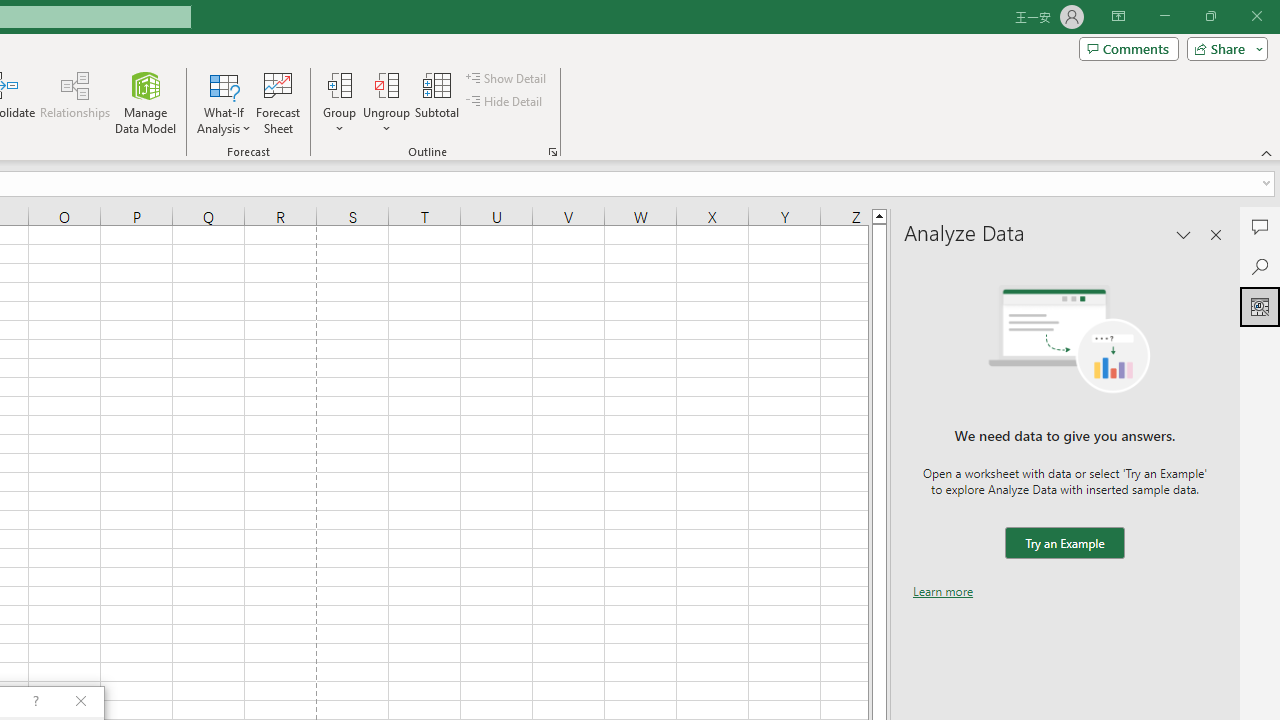  What do you see at coordinates (1259, 266) in the screenshot?
I see `'Search'` at bounding box center [1259, 266].